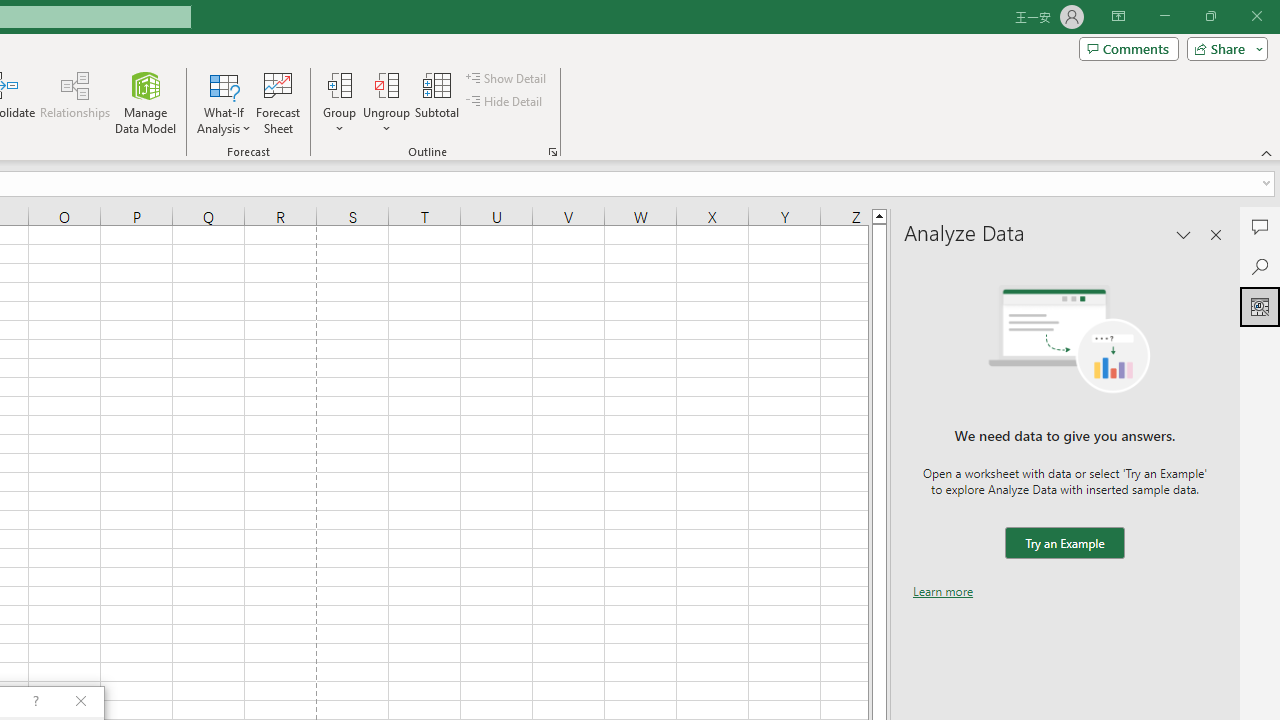  What do you see at coordinates (1259, 266) in the screenshot?
I see `'Search'` at bounding box center [1259, 266].